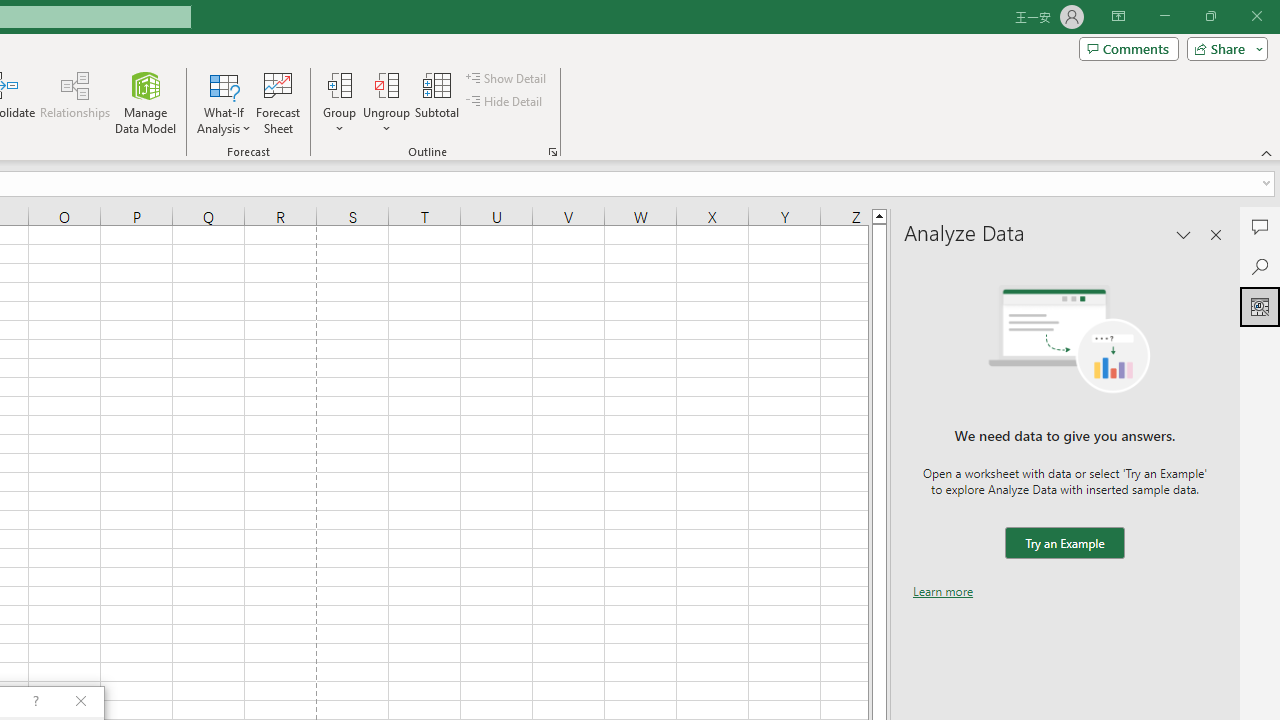  What do you see at coordinates (1259, 266) in the screenshot?
I see `'Search'` at bounding box center [1259, 266].